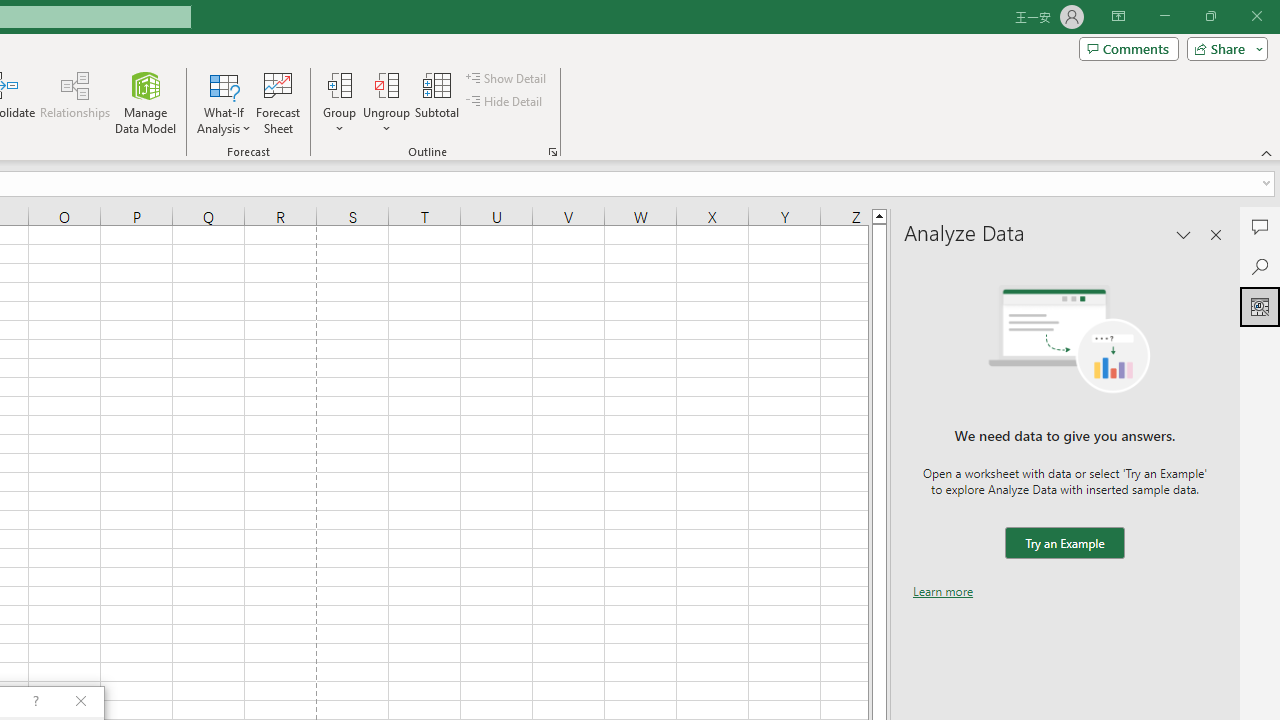  What do you see at coordinates (1259, 266) in the screenshot?
I see `'Search'` at bounding box center [1259, 266].